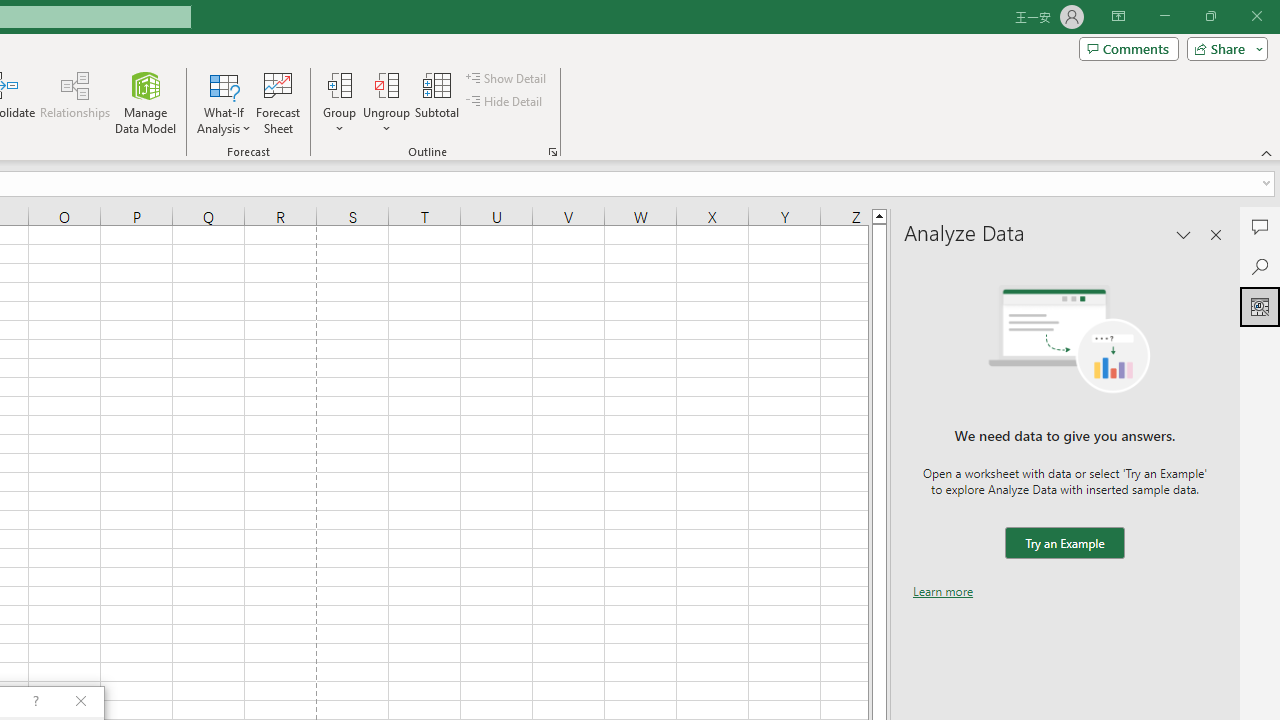  What do you see at coordinates (1259, 266) in the screenshot?
I see `'Search'` at bounding box center [1259, 266].